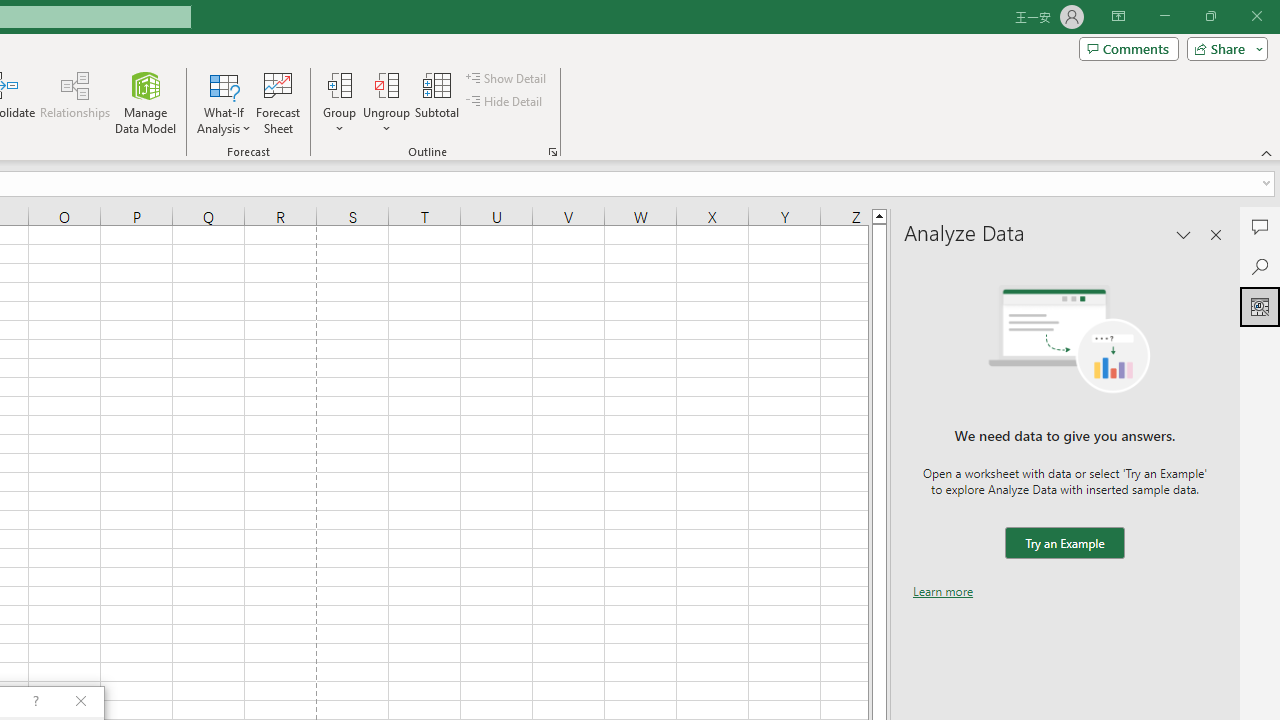  What do you see at coordinates (1259, 266) in the screenshot?
I see `'Search'` at bounding box center [1259, 266].